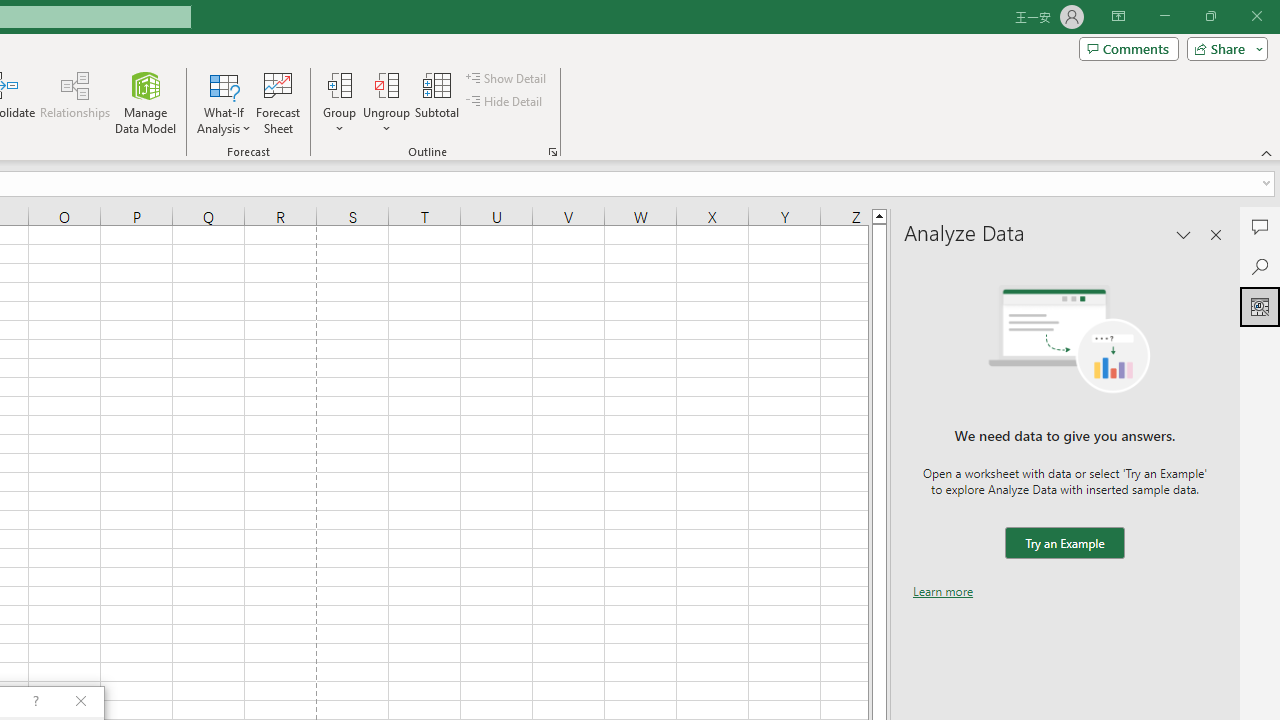  What do you see at coordinates (1259, 266) in the screenshot?
I see `'Search'` at bounding box center [1259, 266].